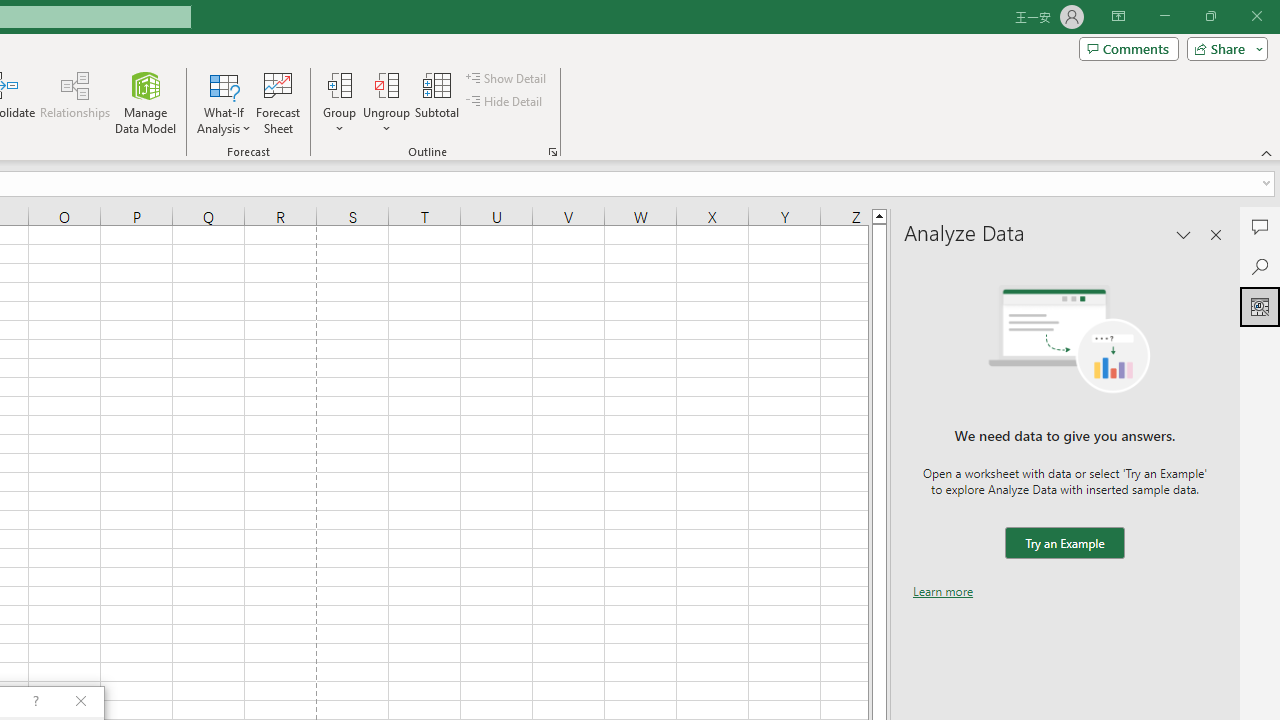  What do you see at coordinates (1259, 266) in the screenshot?
I see `'Search'` at bounding box center [1259, 266].